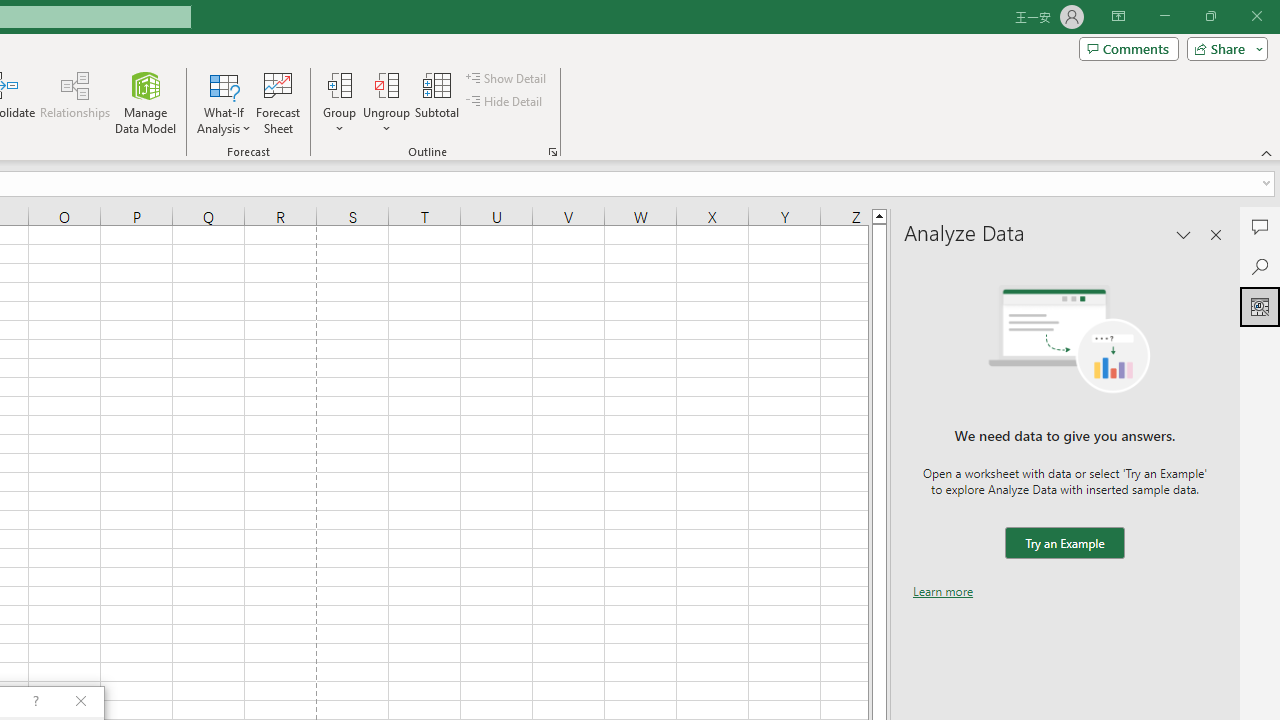  What do you see at coordinates (1259, 266) in the screenshot?
I see `'Search'` at bounding box center [1259, 266].